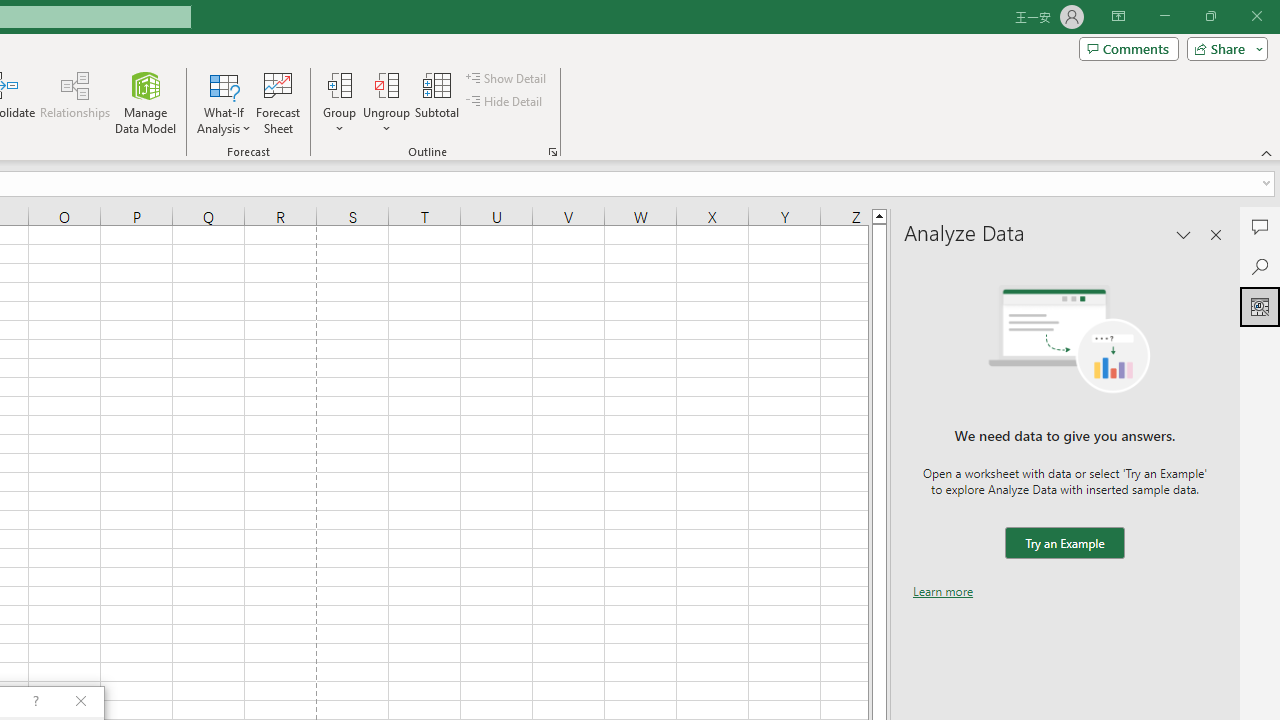  What do you see at coordinates (1259, 266) in the screenshot?
I see `'Search'` at bounding box center [1259, 266].